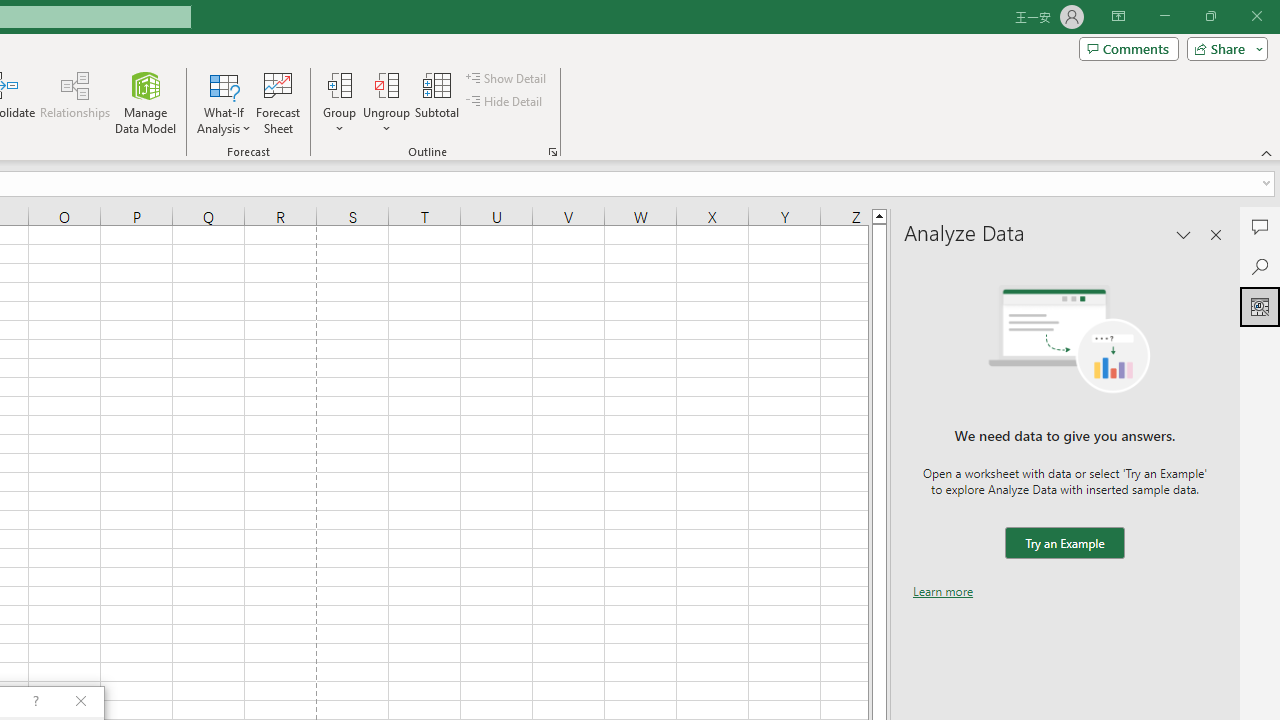  What do you see at coordinates (1259, 266) in the screenshot?
I see `'Search'` at bounding box center [1259, 266].